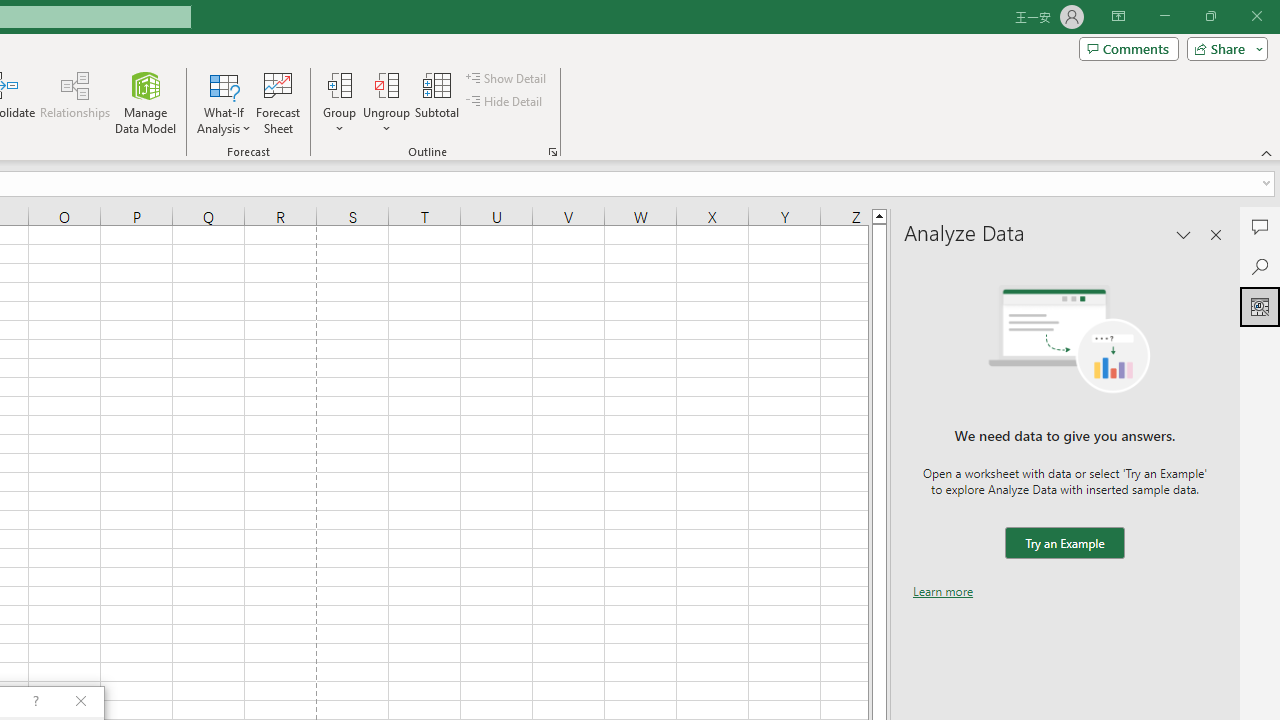  What do you see at coordinates (1259, 266) in the screenshot?
I see `'Search'` at bounding box center [1259, 266].